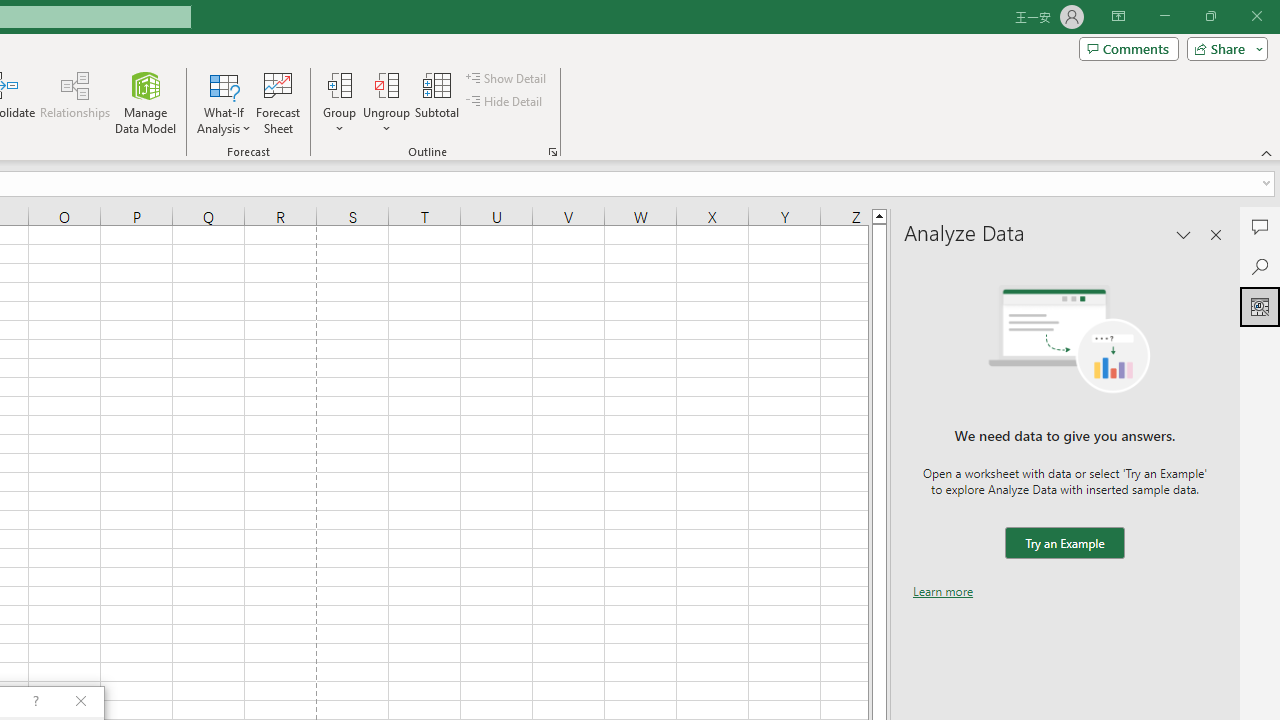  What do you see at coordinates (1259, 266) in the screenshot?
I see `'Search'` at bounding box center [1259, 266].